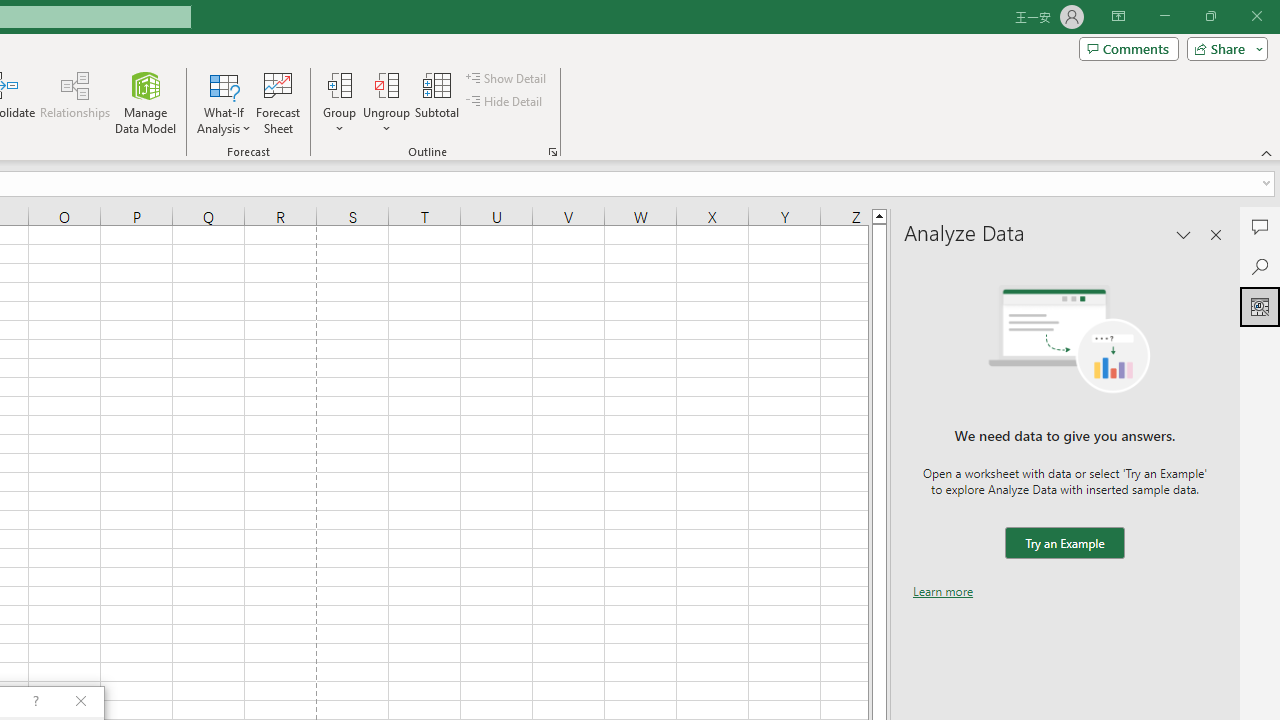  What do you see at coordinates (1259, 266) in the screenshot?
I see `'Search'` at bounding box center [1259, 266].